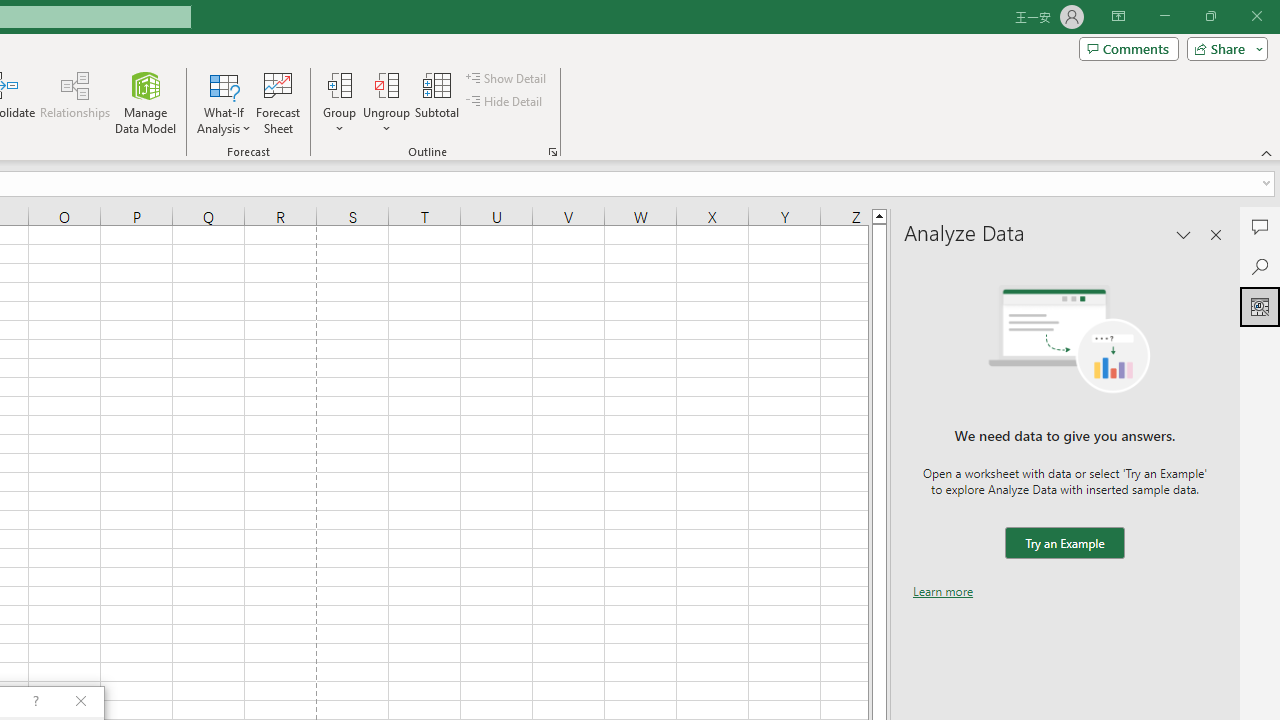  What do you see at coordinates (1259, 266) in the screenshot?
I see `'Search'` at bounding box center [1259, 266].